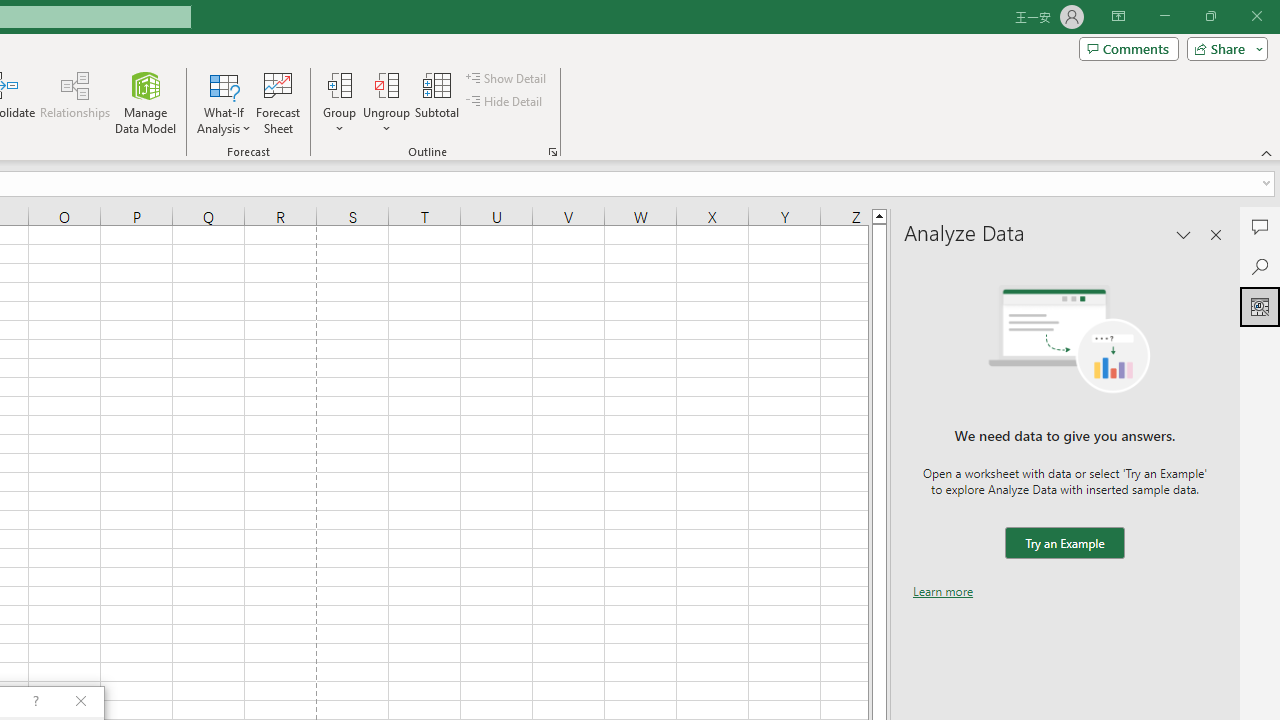  What do you see at coordinates (1259, 266) in the screenshot?
I see `'Search'` at bounding box center [1259, 266].